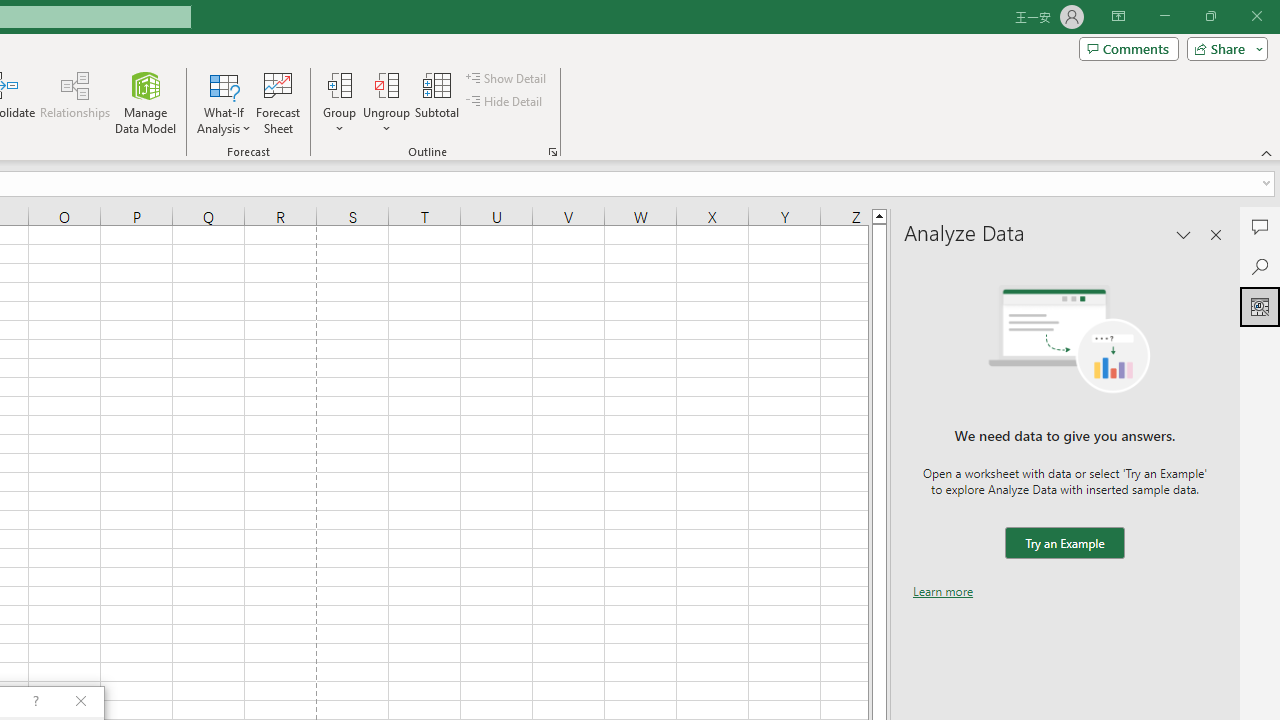  What do you see at coordinates (1259, 266) in the screenshot?
I see `'Search'` at bounding box center [1259, 266].